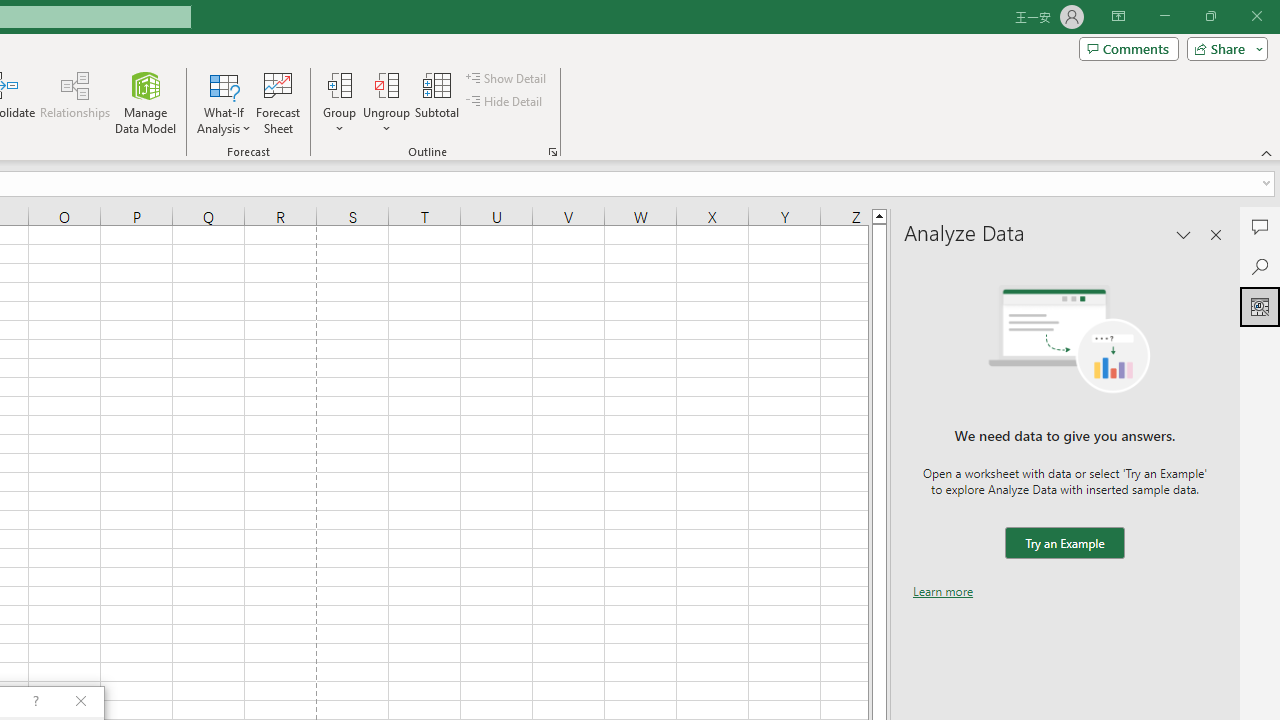  What do you see at coordinates (1259, 266) in the screenshot?
I see `'Search'` at bounding box center [1259, 266].